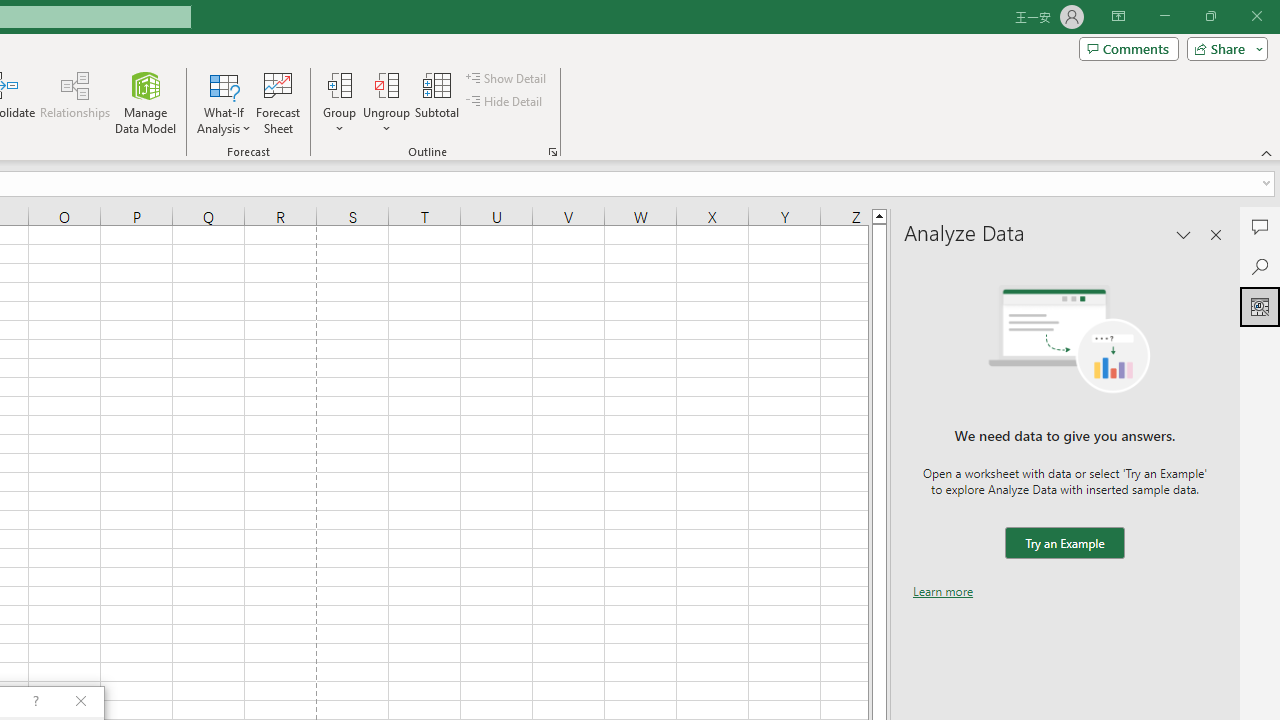  What do you see at coordinates (1259, 266) in the screenshot?
I see `'Search'` at bounding box center [1259, 266].